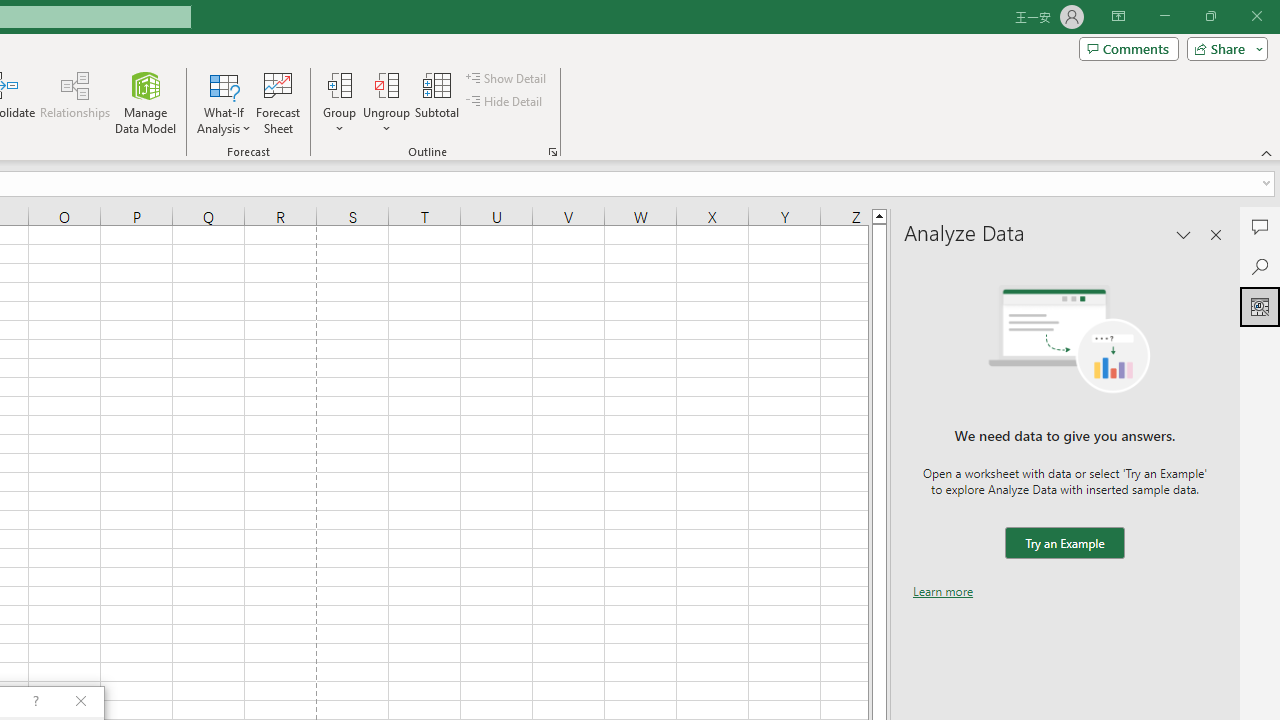  What do you see at coordinates (1259, 266) in the screenshot?
I see `'Search'` at bounding box center [1259, 266].